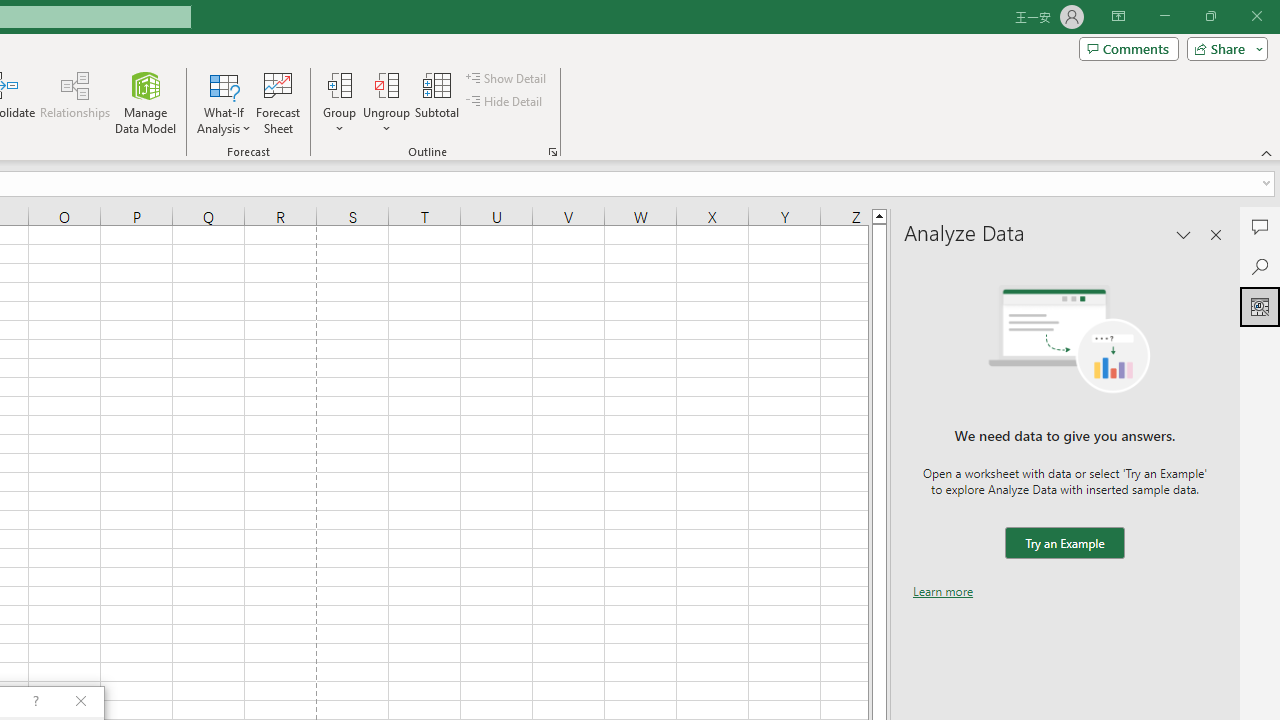  What do you see at coordinates (1259, 266) in the screenshot?
I see `'Search'` at bounding box center [1259, 266].